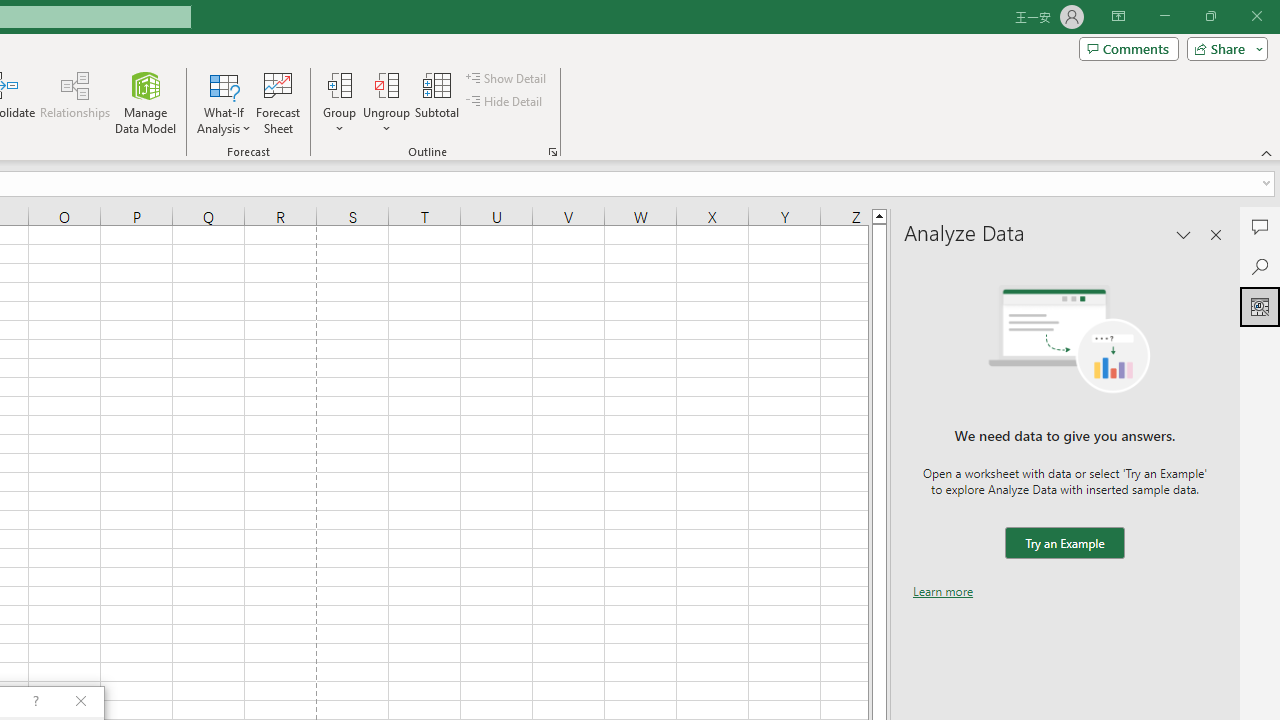  What do you see at coordinates (1259, 266) in the screenshot?
I see `'Search'` at bounding box center [1259, 266].